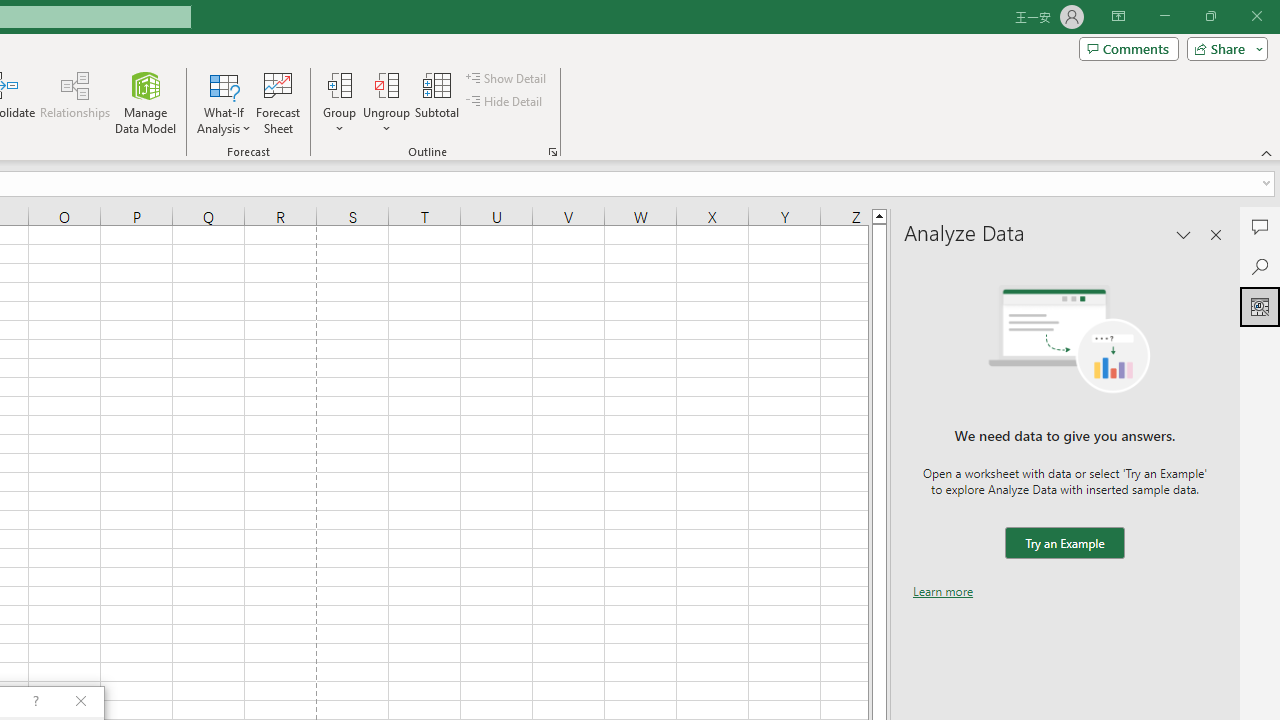  What do you see at coordinates (1259, 266) in the screenshot?
I see `'Search'` at bounding box center [1259, 266].